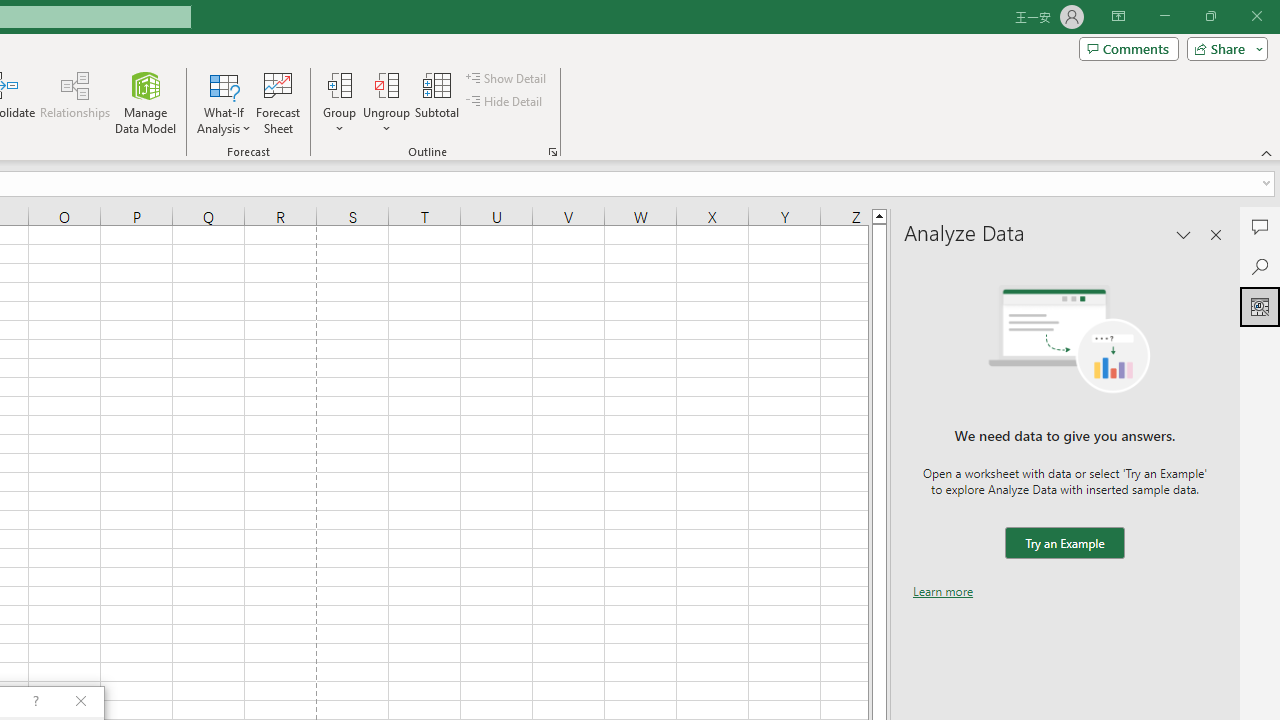  What do you see at coordinates (1259, 266) in the screenshot?
I see `'Search'` at bounding box center [1259, 266].